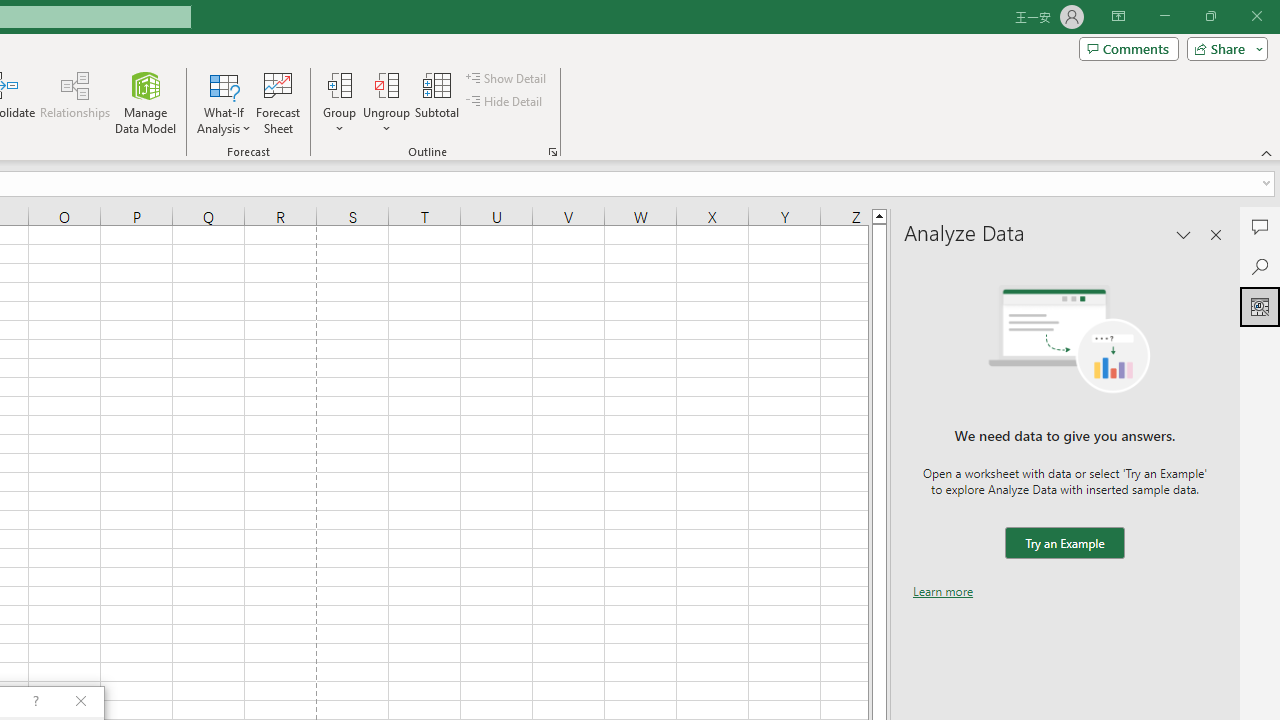  What do you see at coordinates (1259, 266) in the screenshot?
I see `'Search'` at bounding box center [1259, 266].